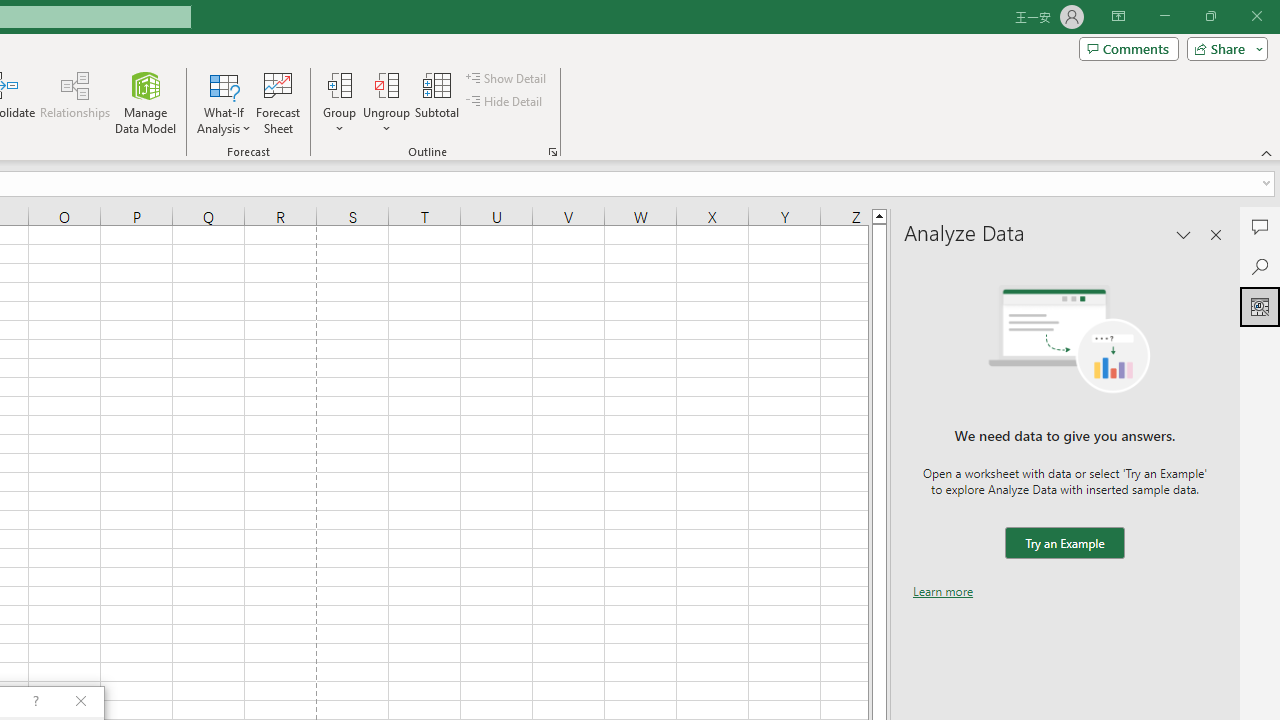  What do you see at coordinates (1259, 266) in the screenshot?
I see `'Search'` at bounding box center [1259, 266].